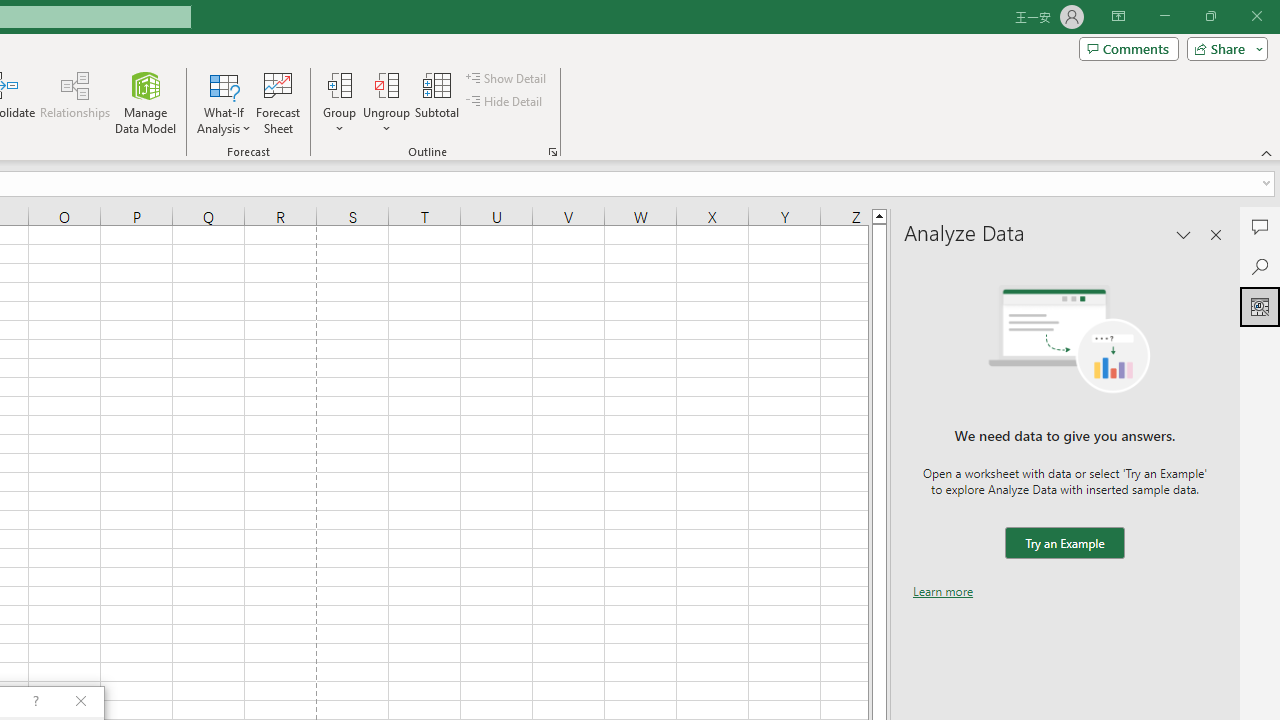  What do you see at coordinates (1259, 266) in the screenshot?
I see `'Search'` at bounding box center [1259, 266].